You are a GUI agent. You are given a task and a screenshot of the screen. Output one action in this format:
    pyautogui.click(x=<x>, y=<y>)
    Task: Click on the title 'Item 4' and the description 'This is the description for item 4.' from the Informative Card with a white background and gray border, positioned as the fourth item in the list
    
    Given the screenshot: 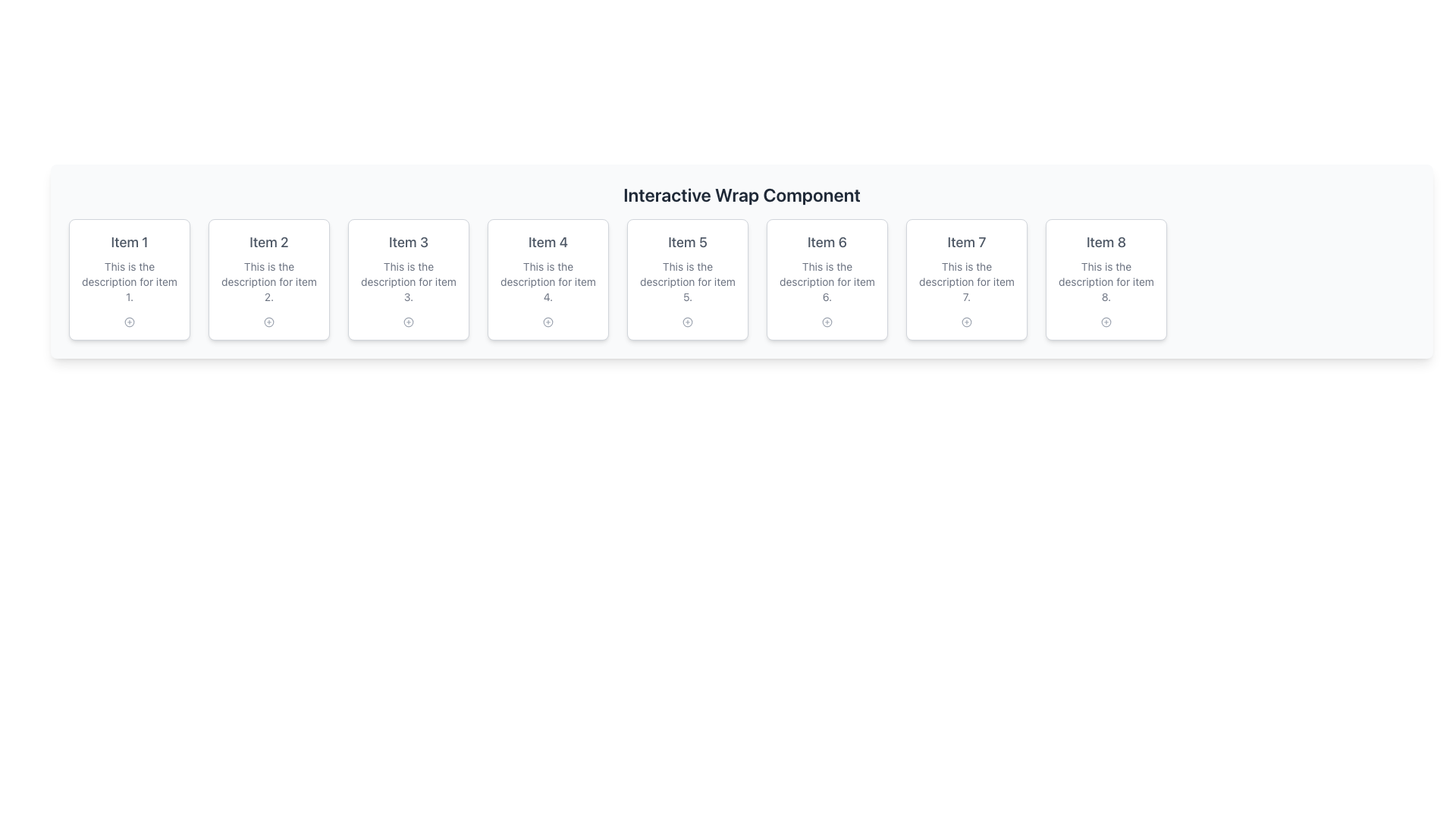 What is the action you would take?
    pyautogui.click(x=548, y=280)
    